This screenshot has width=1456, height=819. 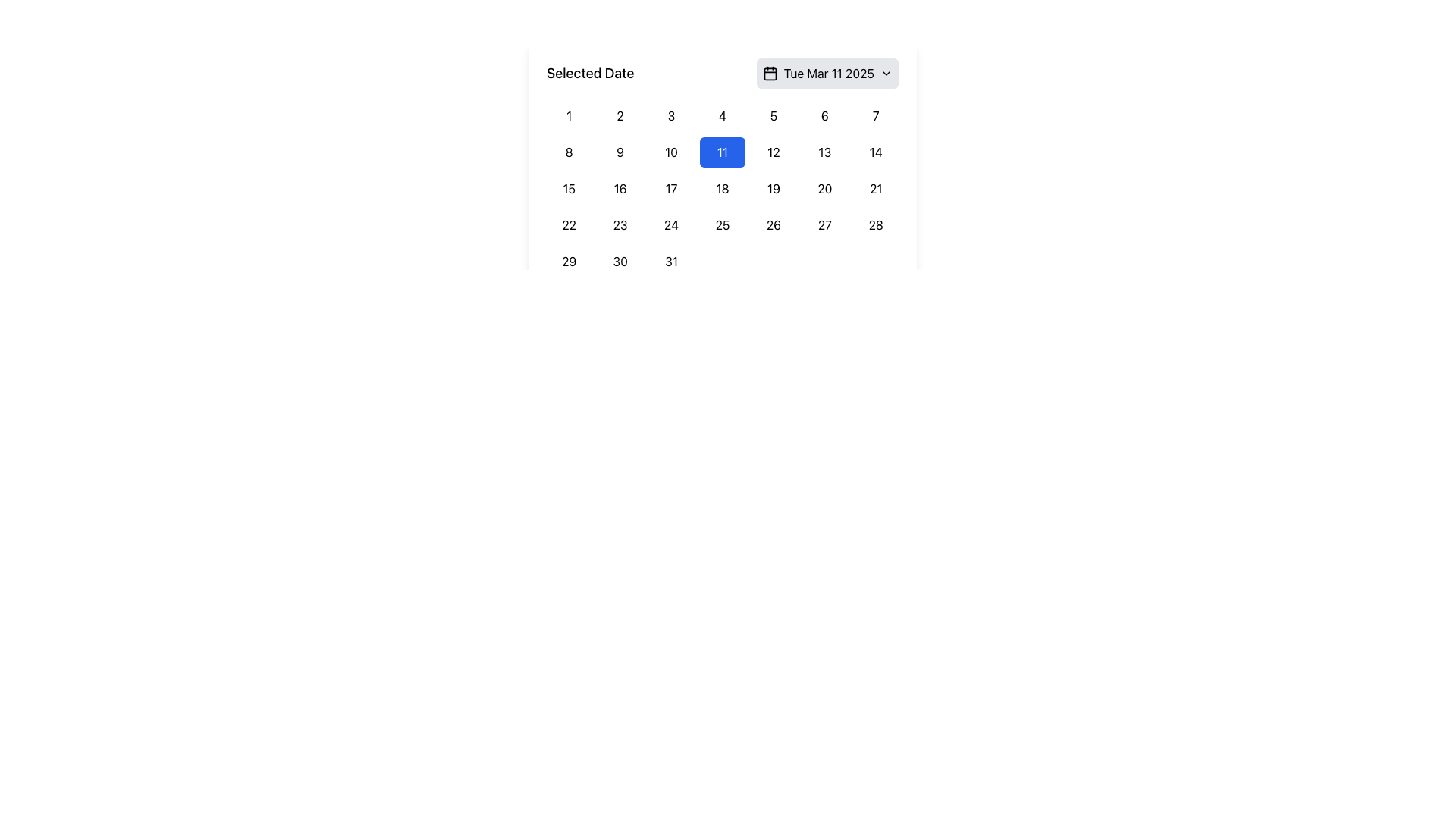 What do you see at coordinates (721, 115) in the screenshot?
I see `the calendar date button displaying the text '4'` at bounding box center [721, 115].